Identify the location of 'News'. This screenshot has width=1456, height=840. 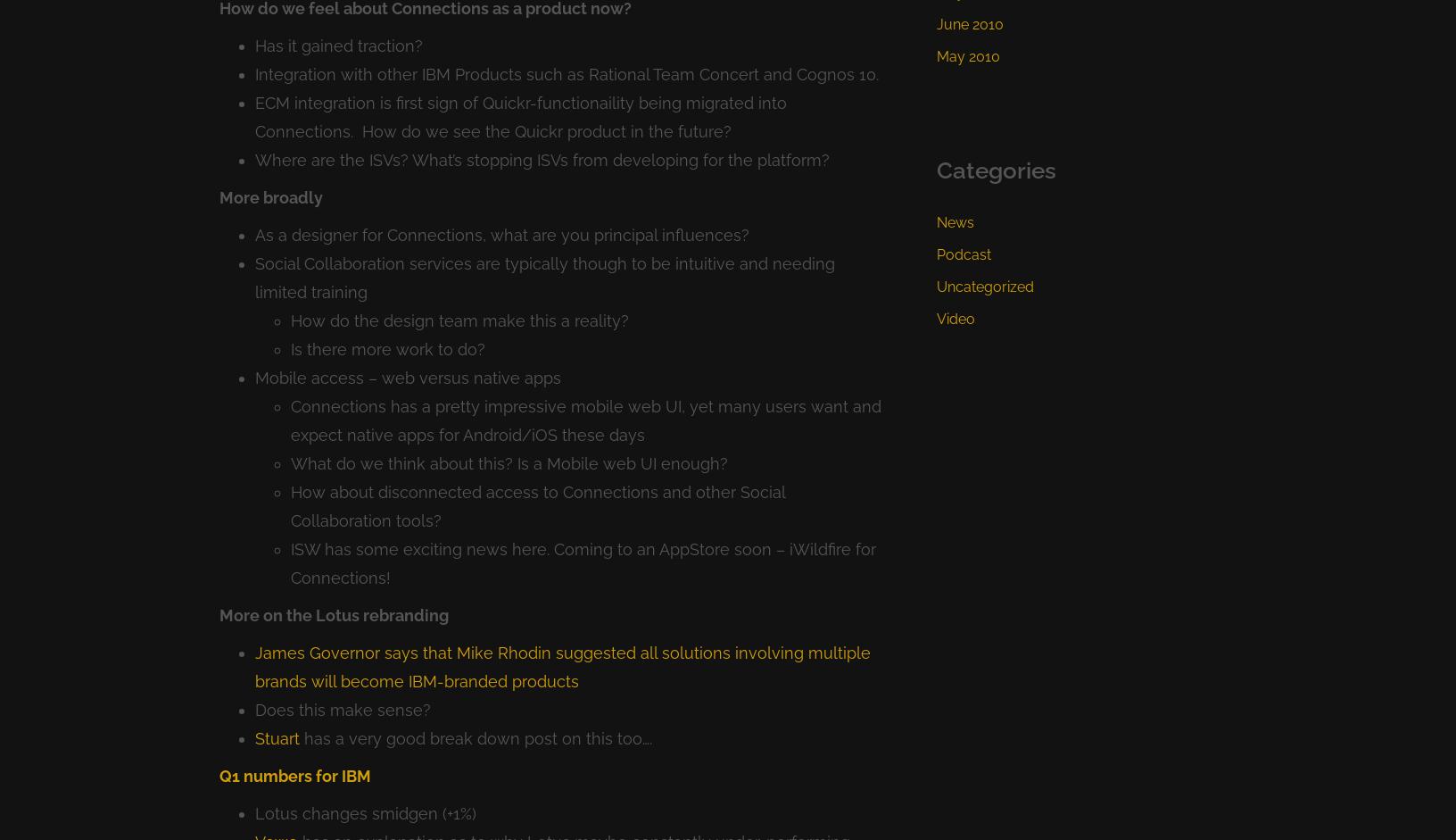
(954, 221).